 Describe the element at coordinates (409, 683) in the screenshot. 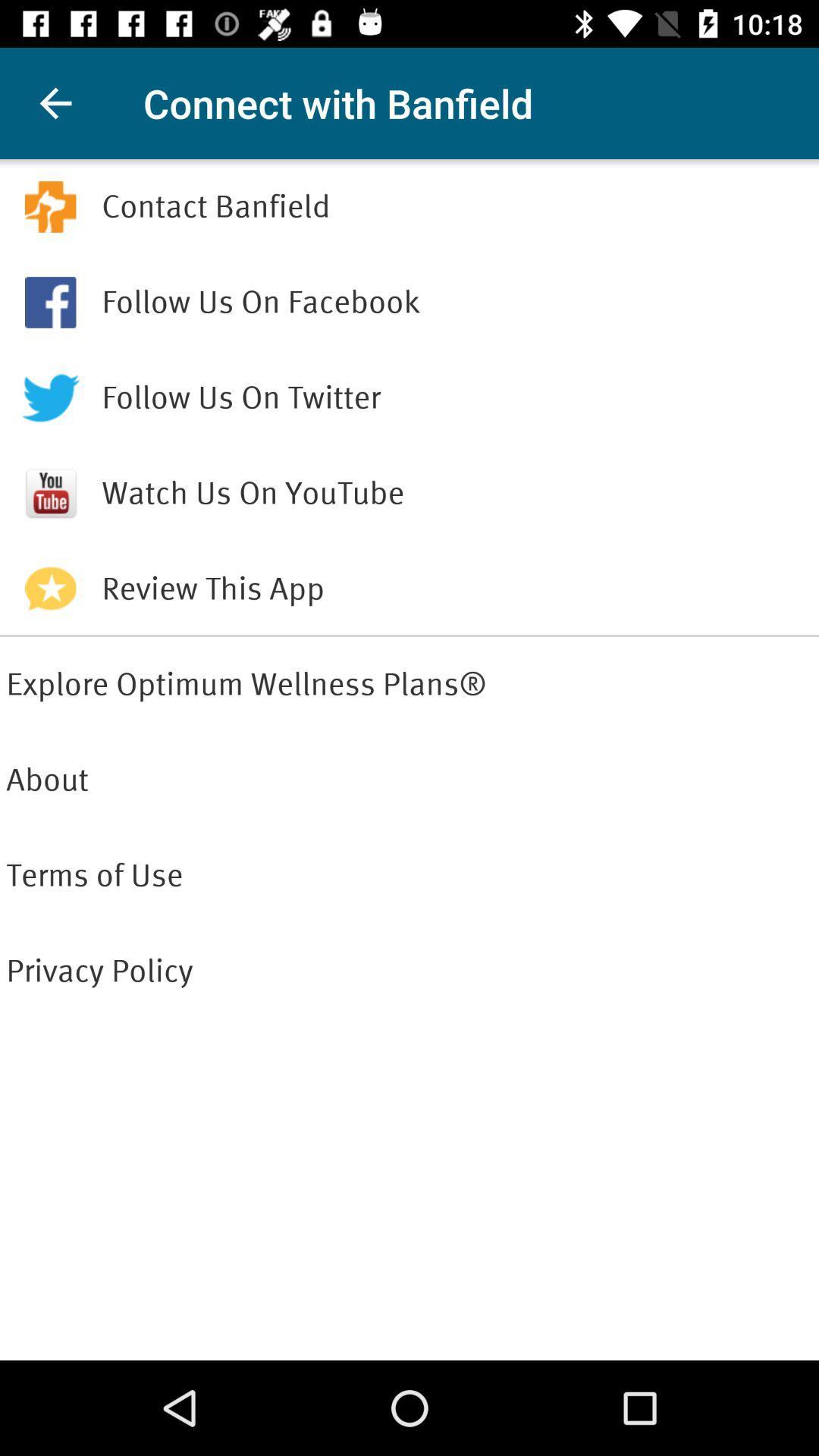

I see `the item above about` at that location.